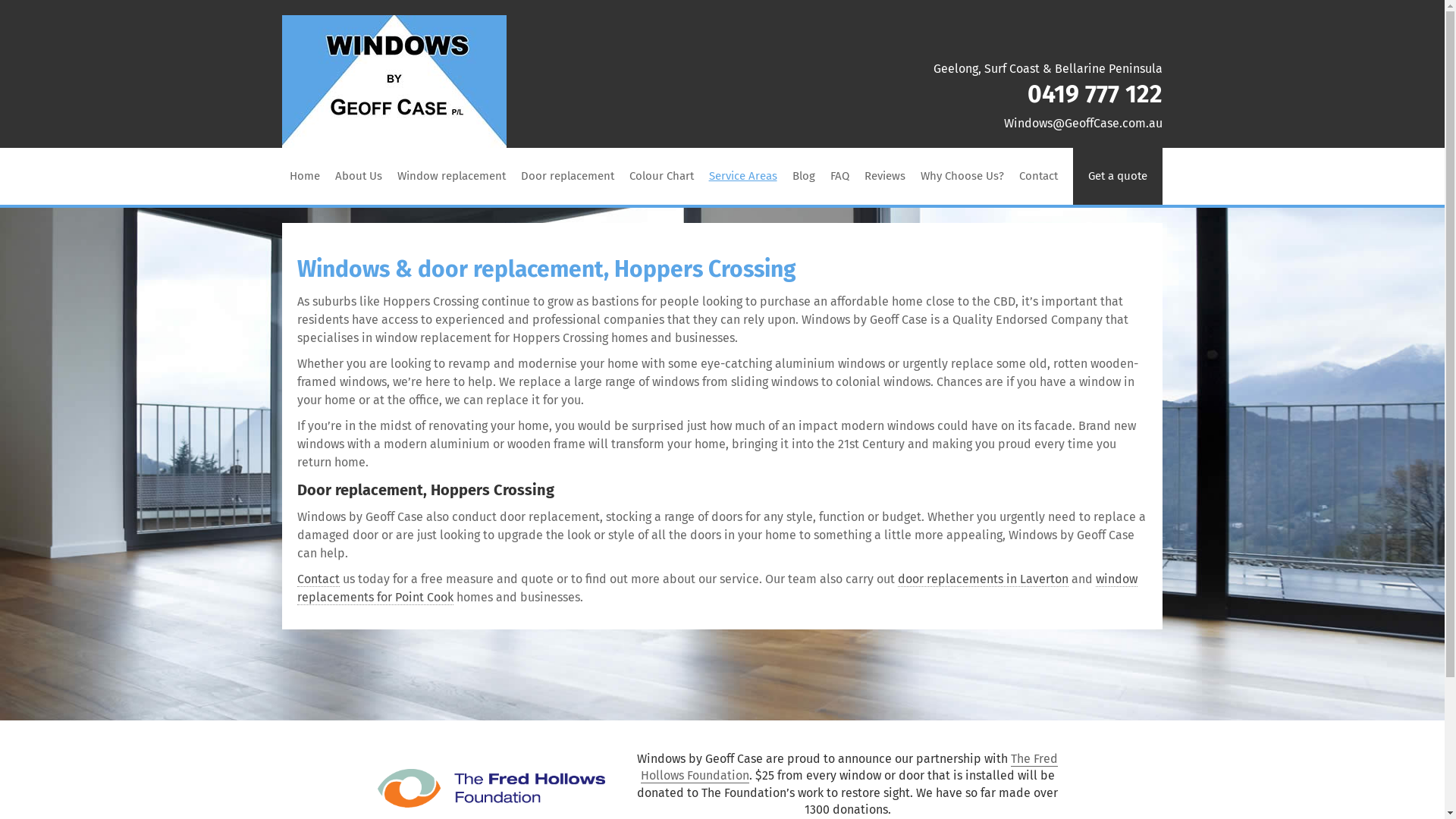  What do you see at coordinates (961, 175) in the screenshot?
I see `'Why Choose Us?'` at bounding box center [961, 175].